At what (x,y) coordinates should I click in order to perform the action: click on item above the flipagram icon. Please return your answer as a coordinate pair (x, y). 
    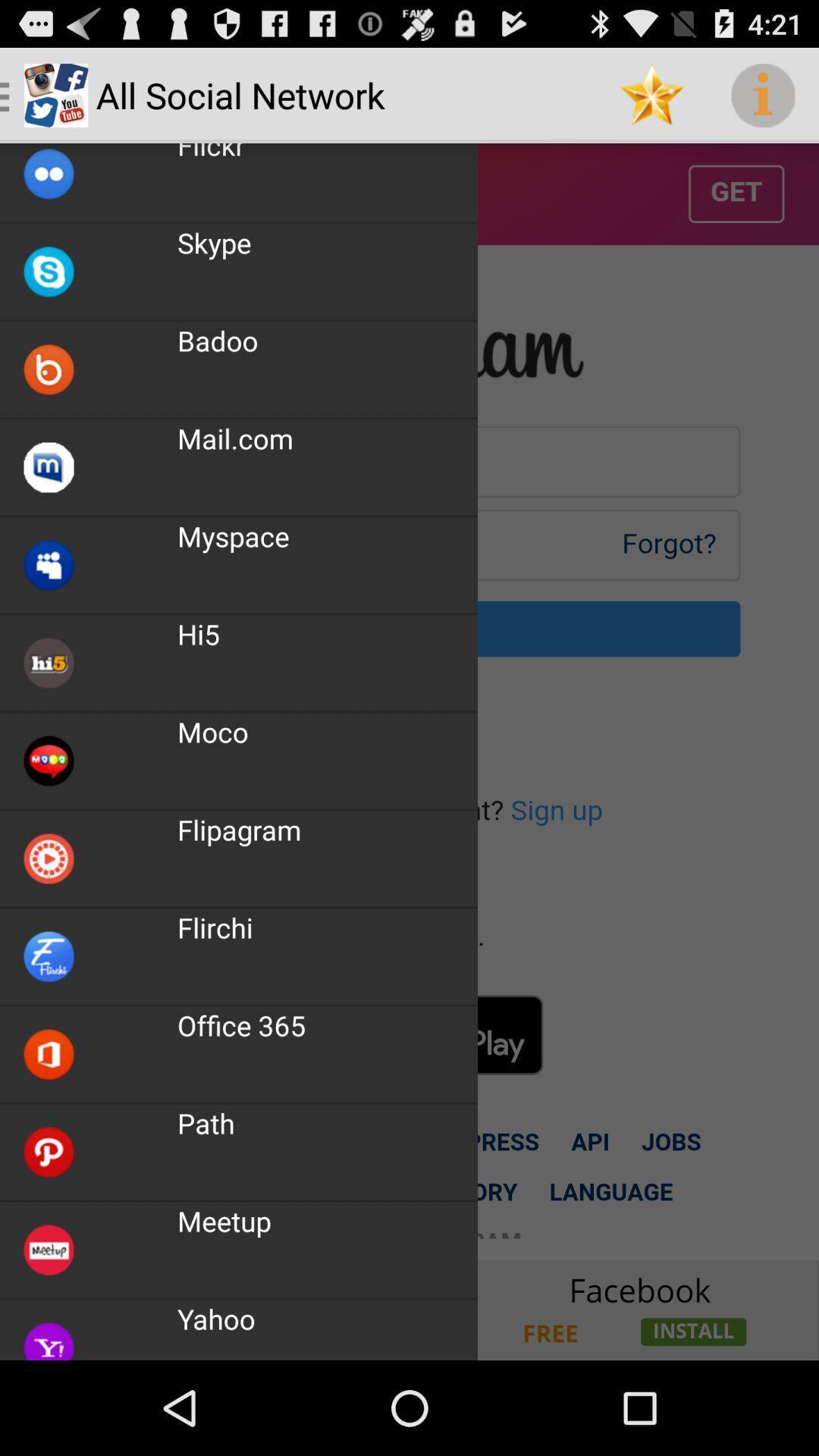
    Looking at the image, I should click on (212, 732).